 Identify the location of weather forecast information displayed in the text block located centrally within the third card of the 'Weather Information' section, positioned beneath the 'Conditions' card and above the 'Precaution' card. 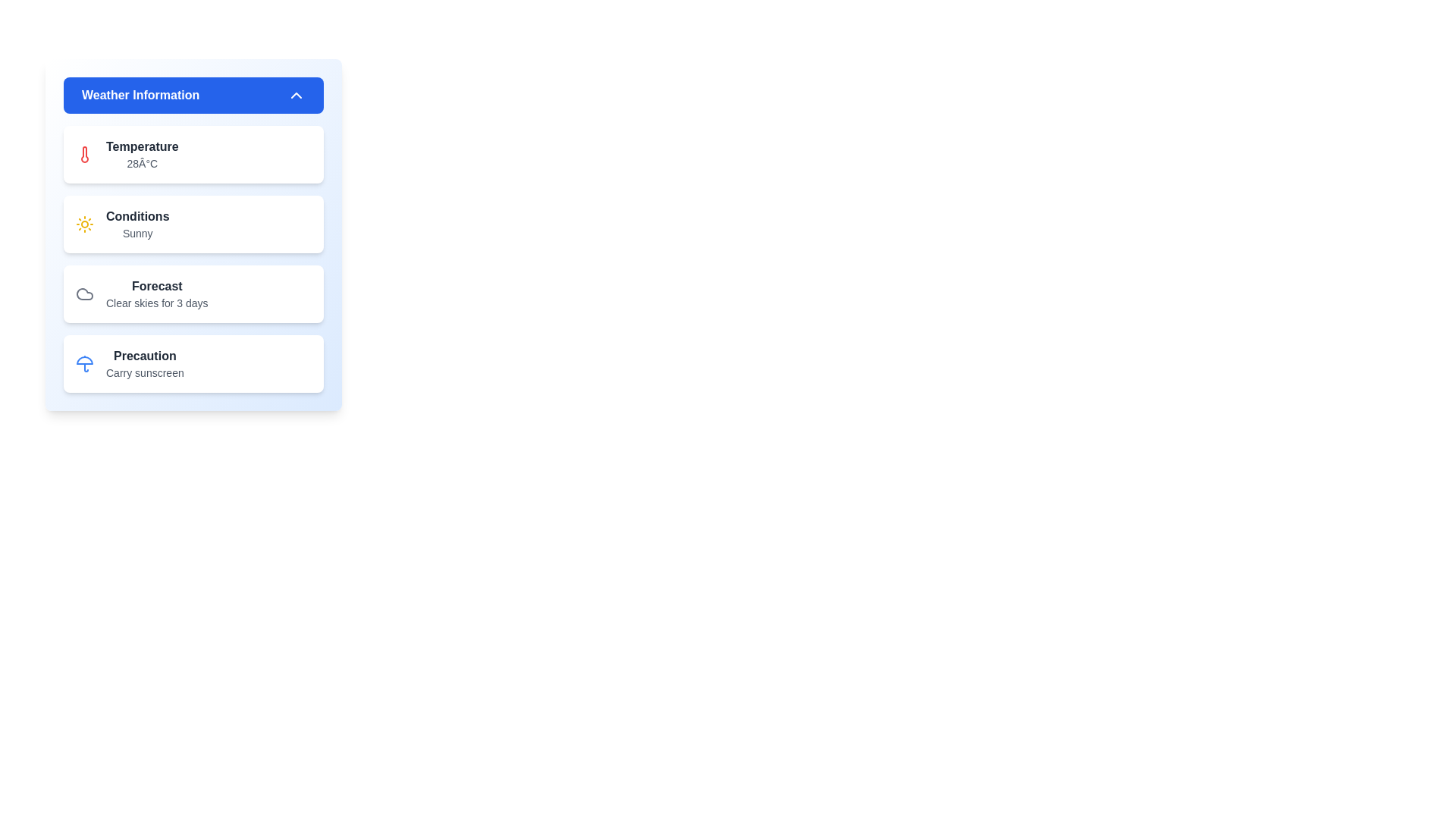
(157, 294).